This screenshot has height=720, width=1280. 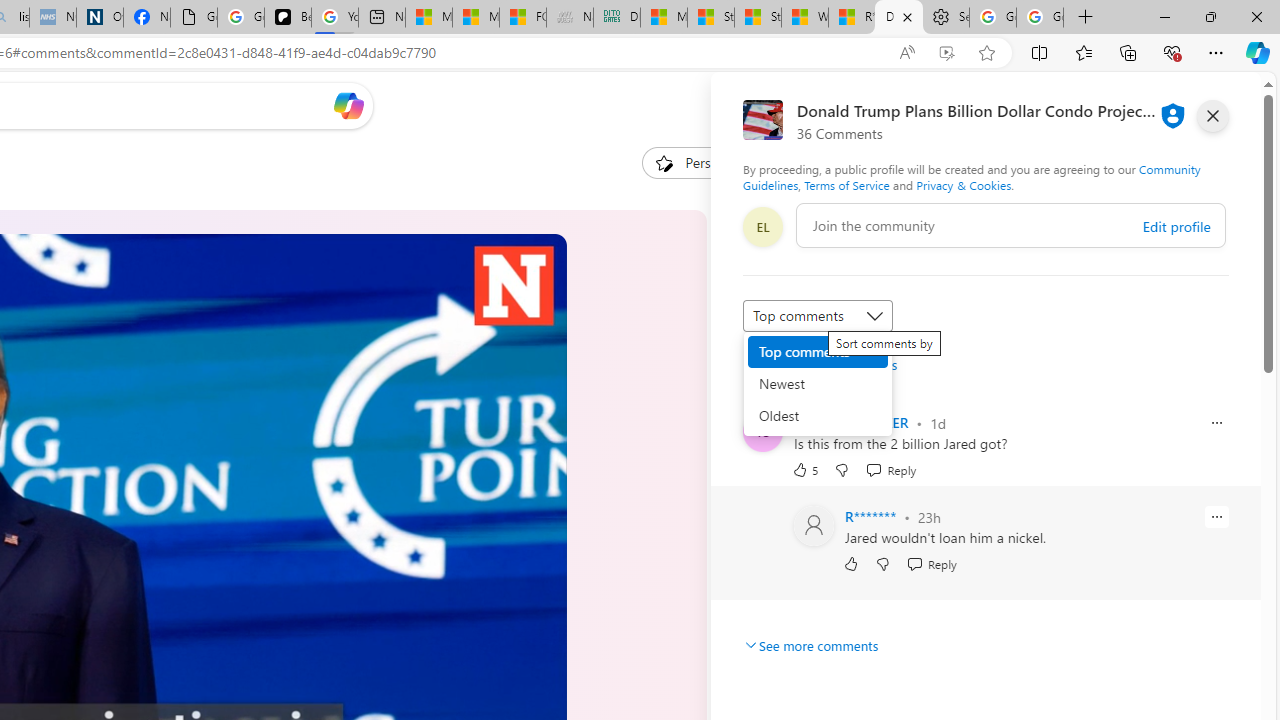 What do you see at coordinates (881, 564) in the screenshot?
I see `'Dislike'` at bounding box center [881, 564].